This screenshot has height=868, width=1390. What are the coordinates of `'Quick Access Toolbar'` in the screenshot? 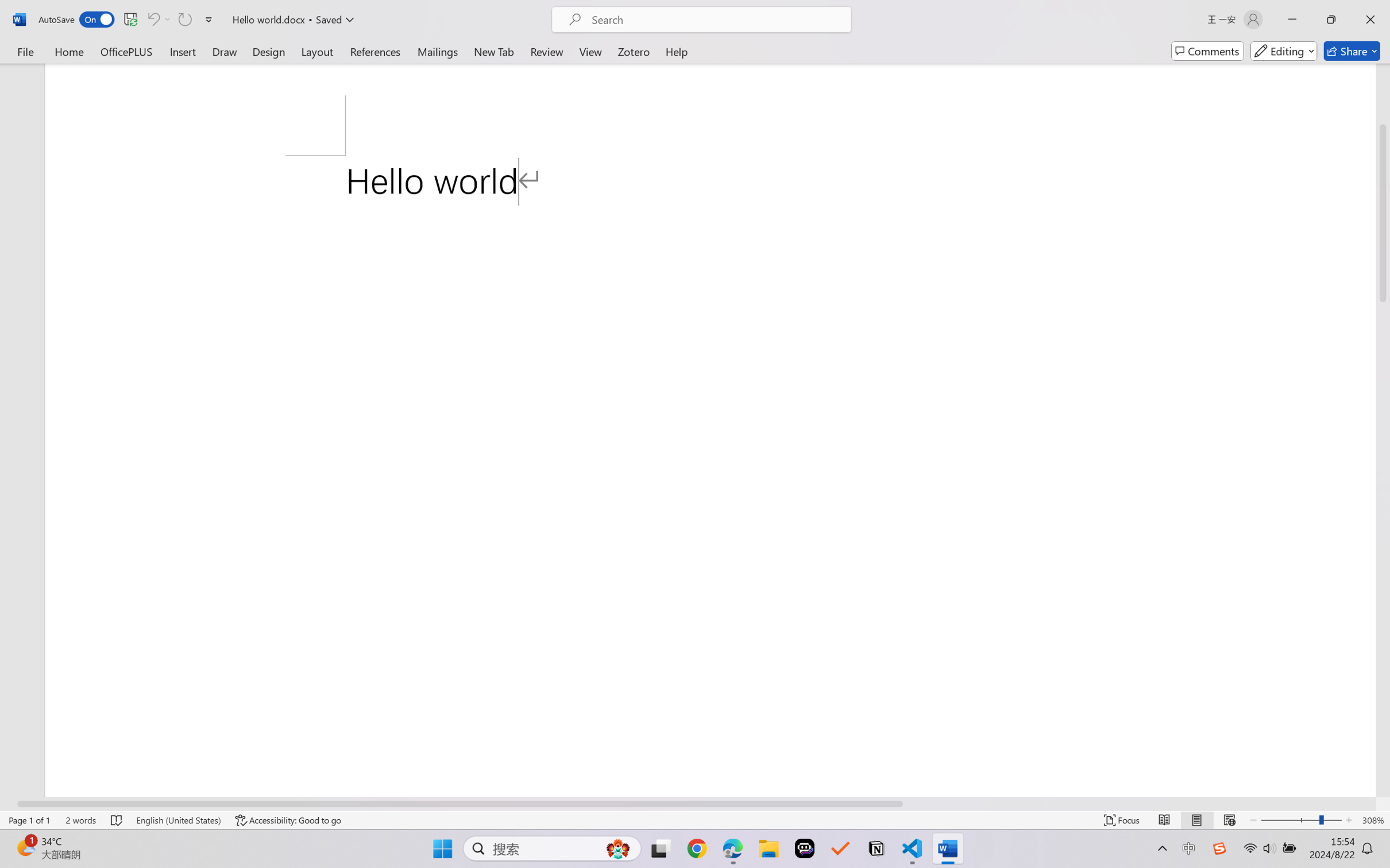 It's located at (128, 19).